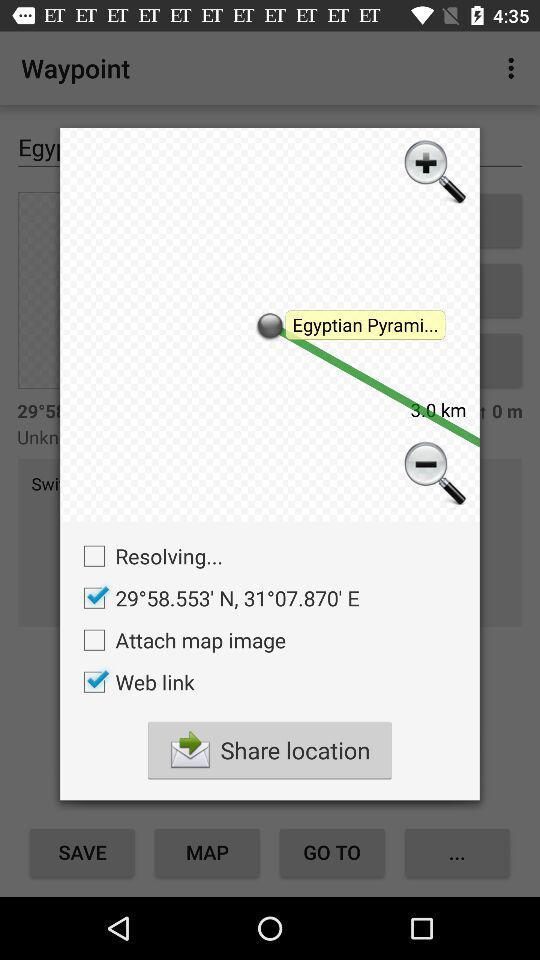  What do you see at coordinates (134, 682) in the screenshot?
I see `icon below attach map image` at bounding box center [134, 682].